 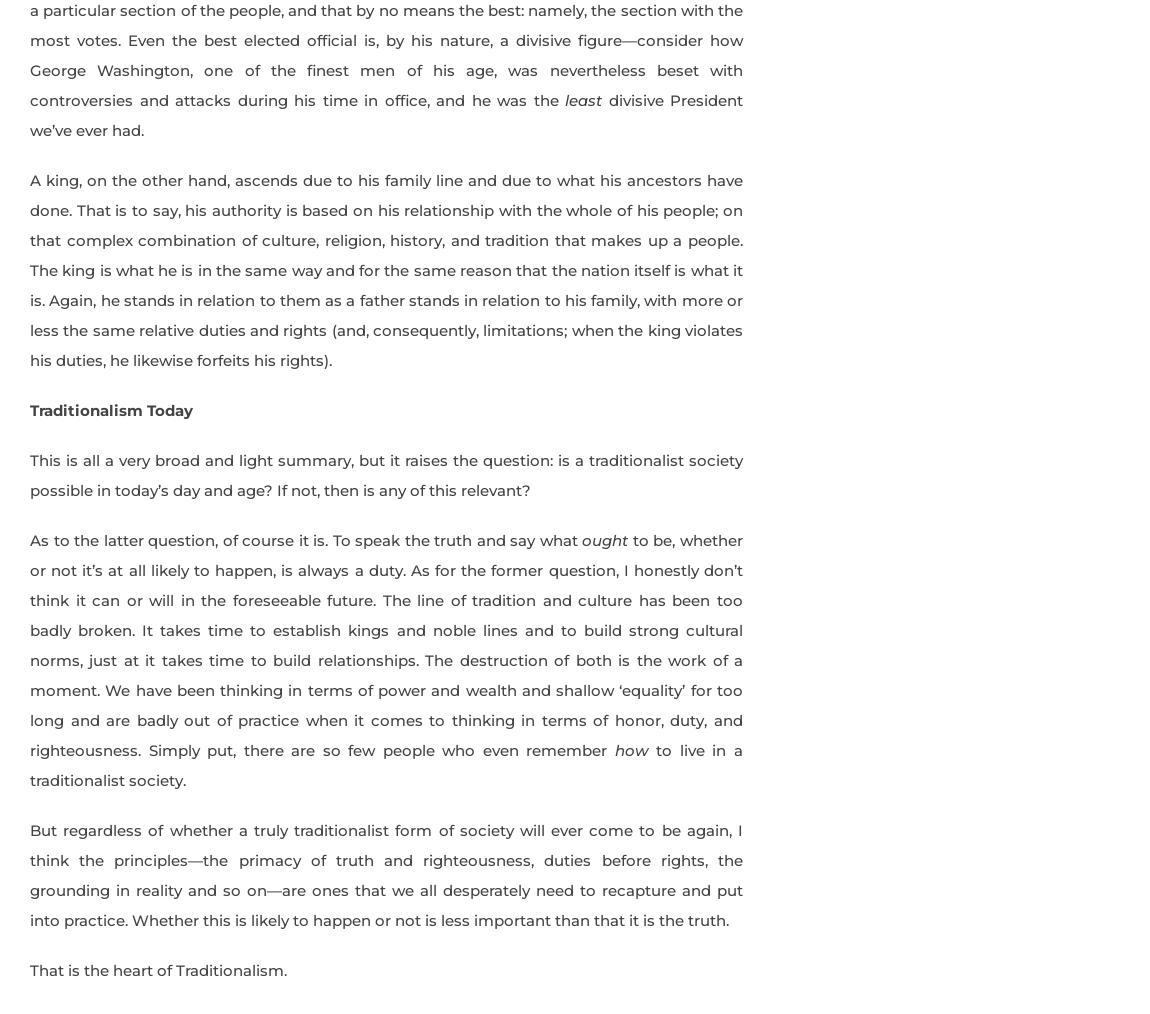 What do you see at coordinates (157, 969) in the screenshot?
I see `'That is the heart of Traditionalism.'` at bounding box center [157, 969].